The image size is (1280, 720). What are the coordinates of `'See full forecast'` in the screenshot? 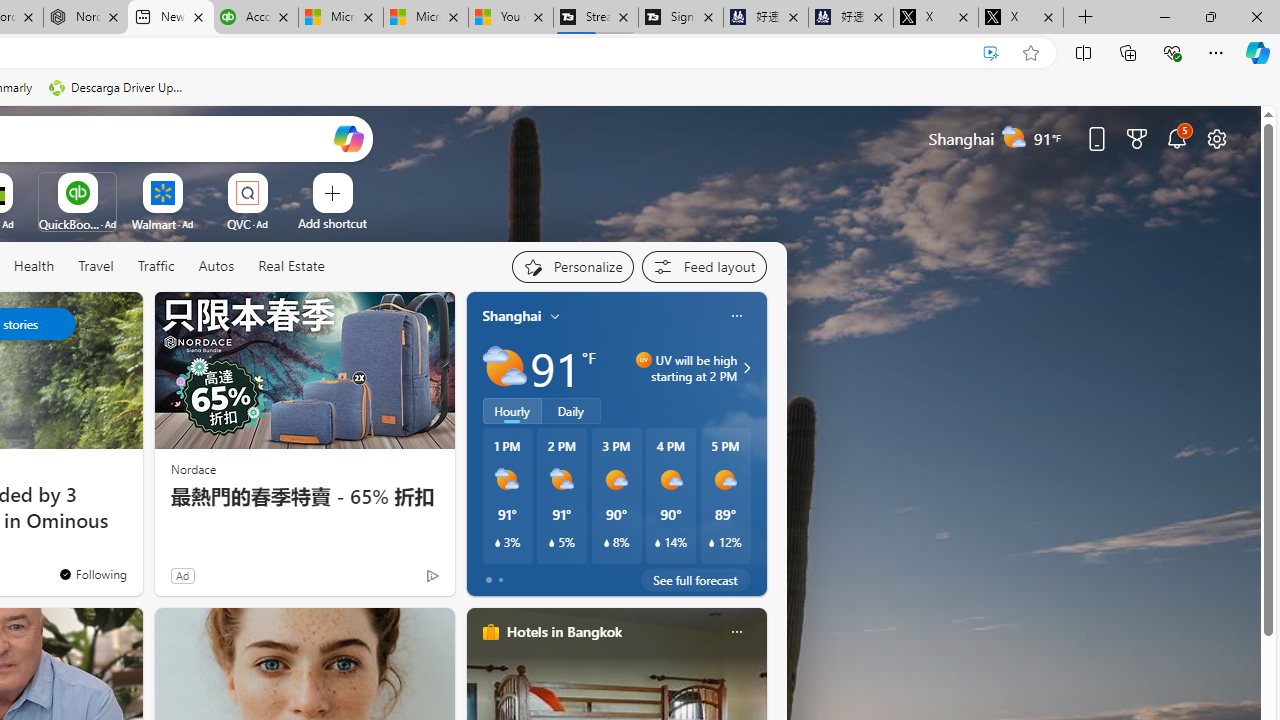 It's located at (695, 579).